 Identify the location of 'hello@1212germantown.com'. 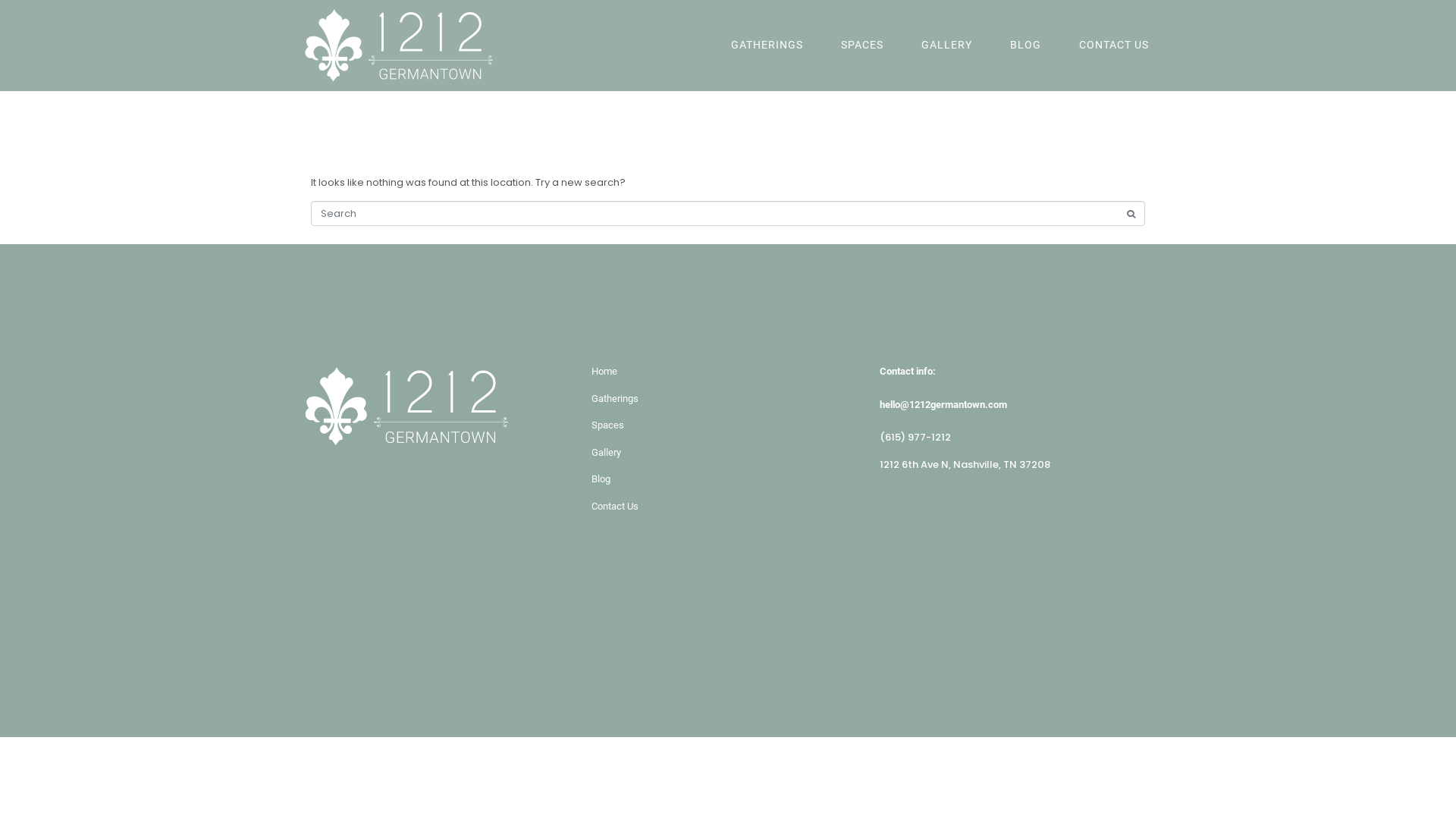
(880, 403).